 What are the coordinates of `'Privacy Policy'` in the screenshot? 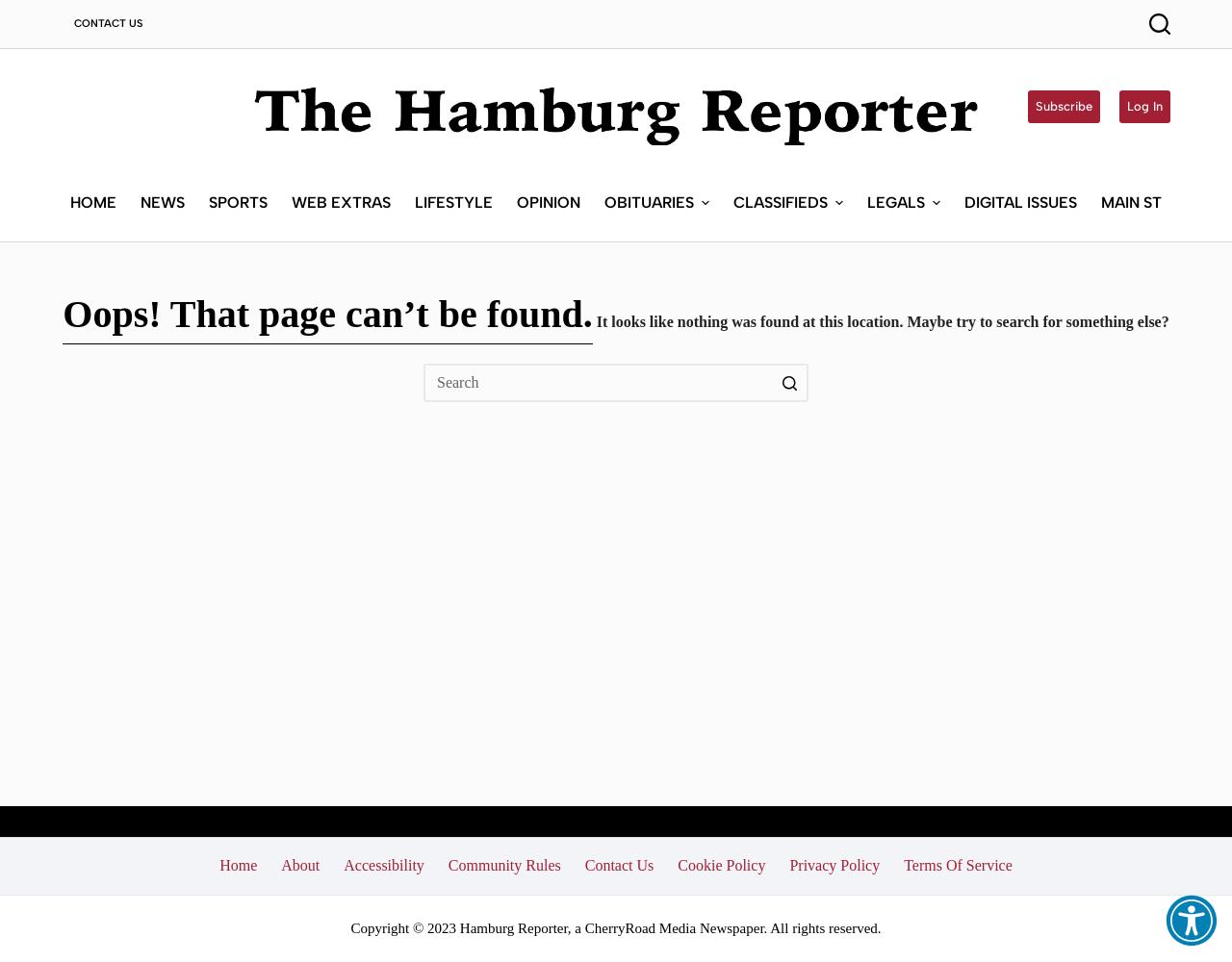 It's located at (834, 864).